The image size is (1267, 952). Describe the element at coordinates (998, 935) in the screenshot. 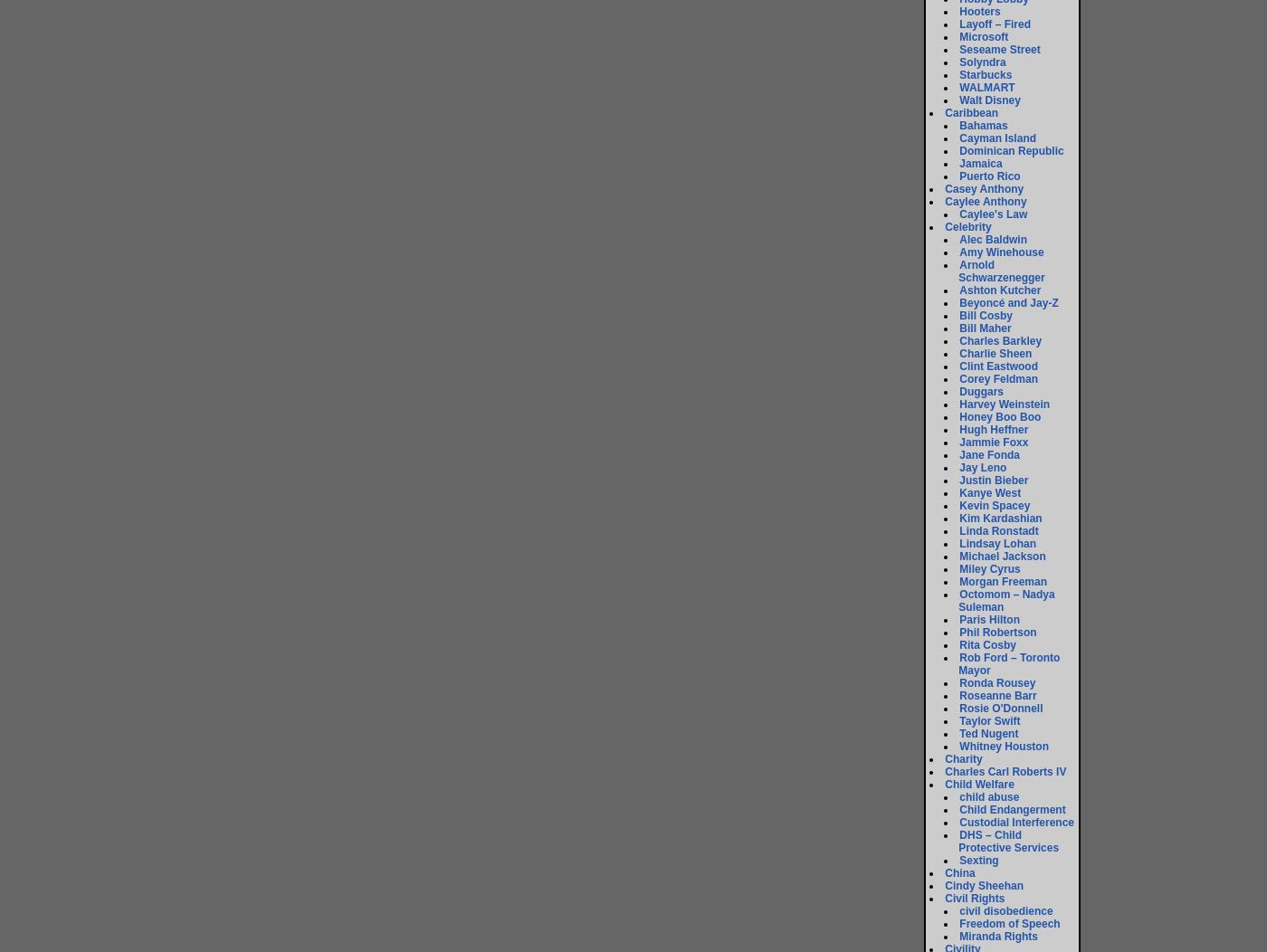

I see `'Miranda Rights'` at that location.